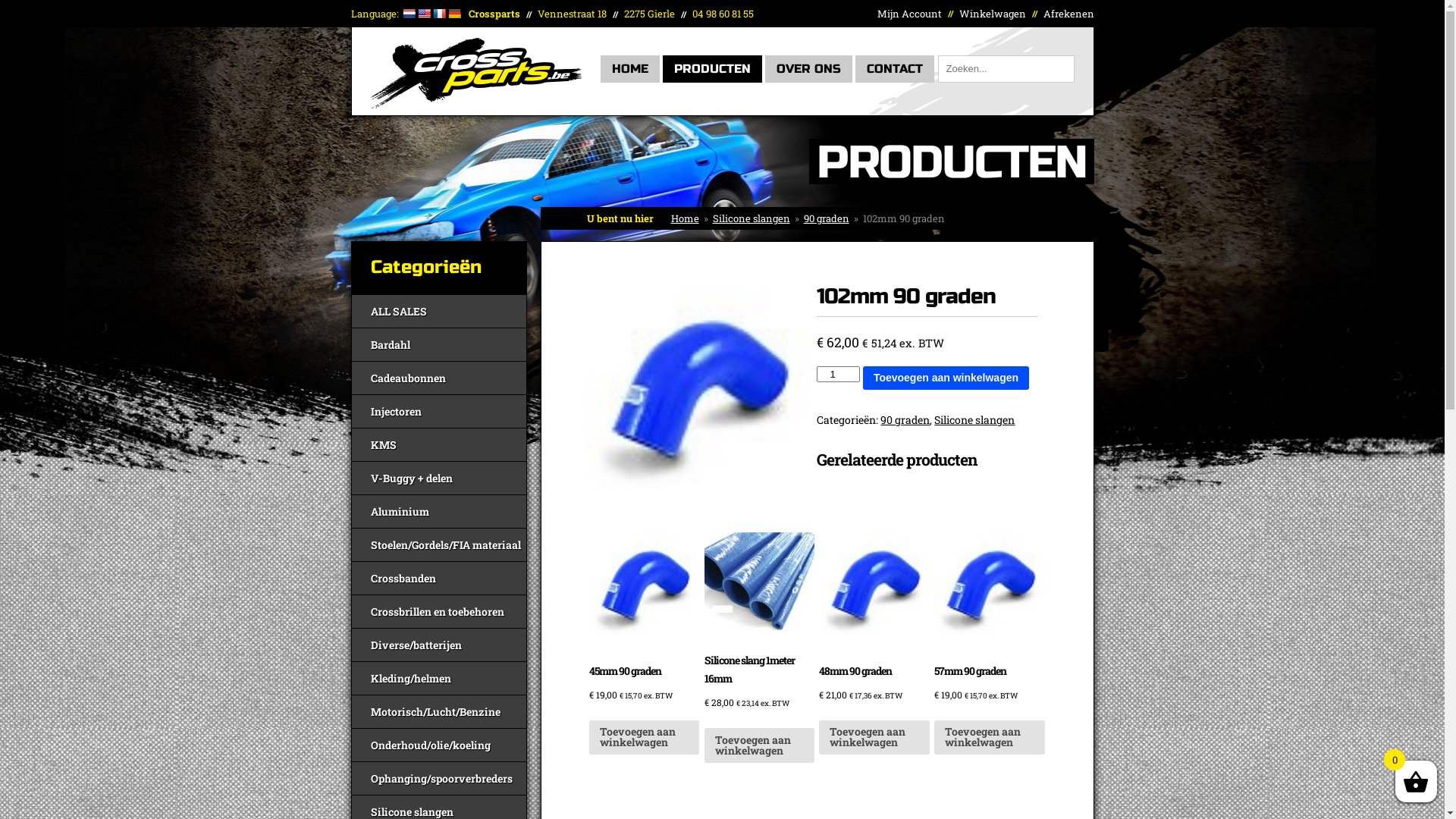  I want to click on 'Ophanging/spoorverbreders', so click(438, 778).